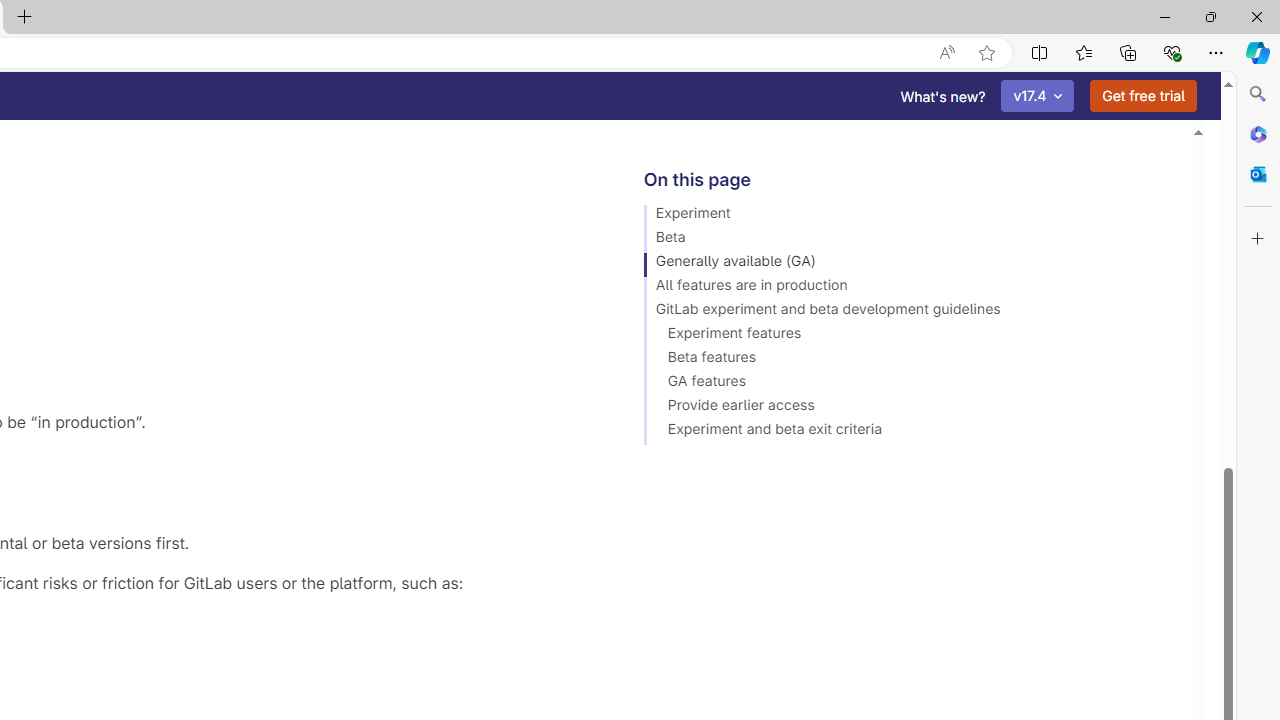 This screenshot has height=720, width=1280. Describe the element at coordinates (907, 239) in the screenshot. I see `'Beta'` at that location.